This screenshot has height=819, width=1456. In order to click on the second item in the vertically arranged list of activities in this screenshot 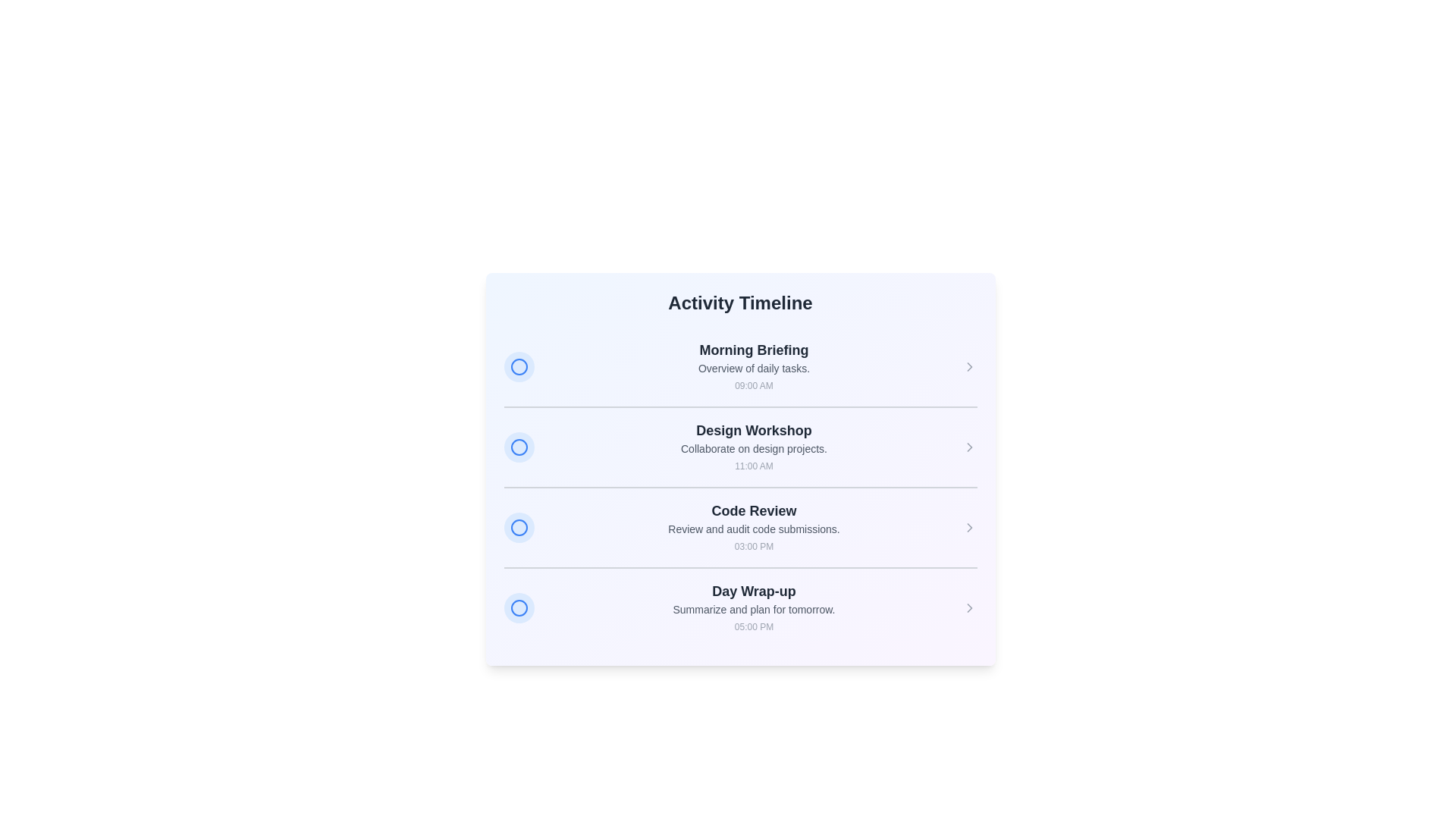, I will do `click(740, 446)`.